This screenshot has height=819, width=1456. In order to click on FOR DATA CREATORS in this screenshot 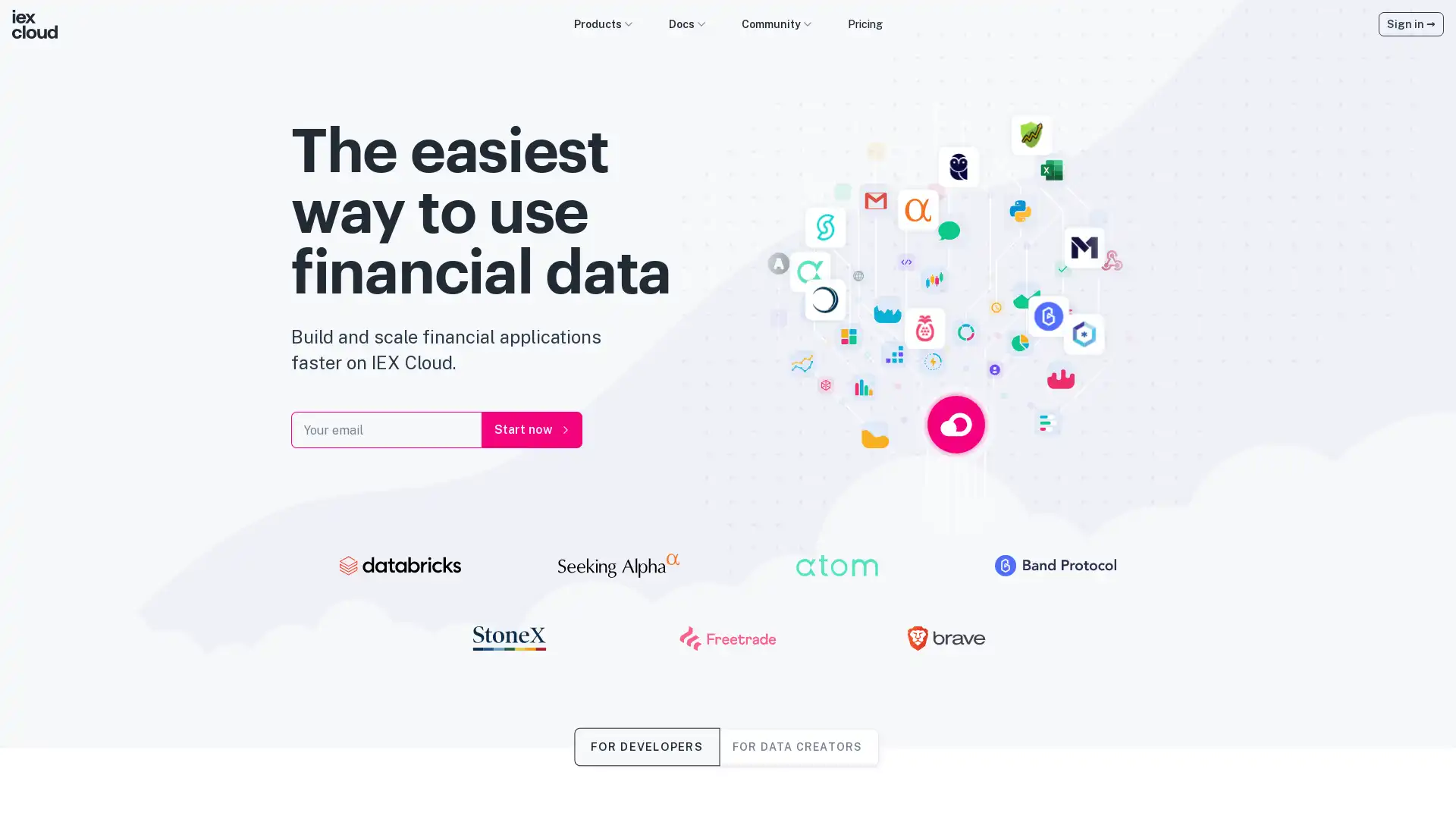, I will do `click(796, 745)`.